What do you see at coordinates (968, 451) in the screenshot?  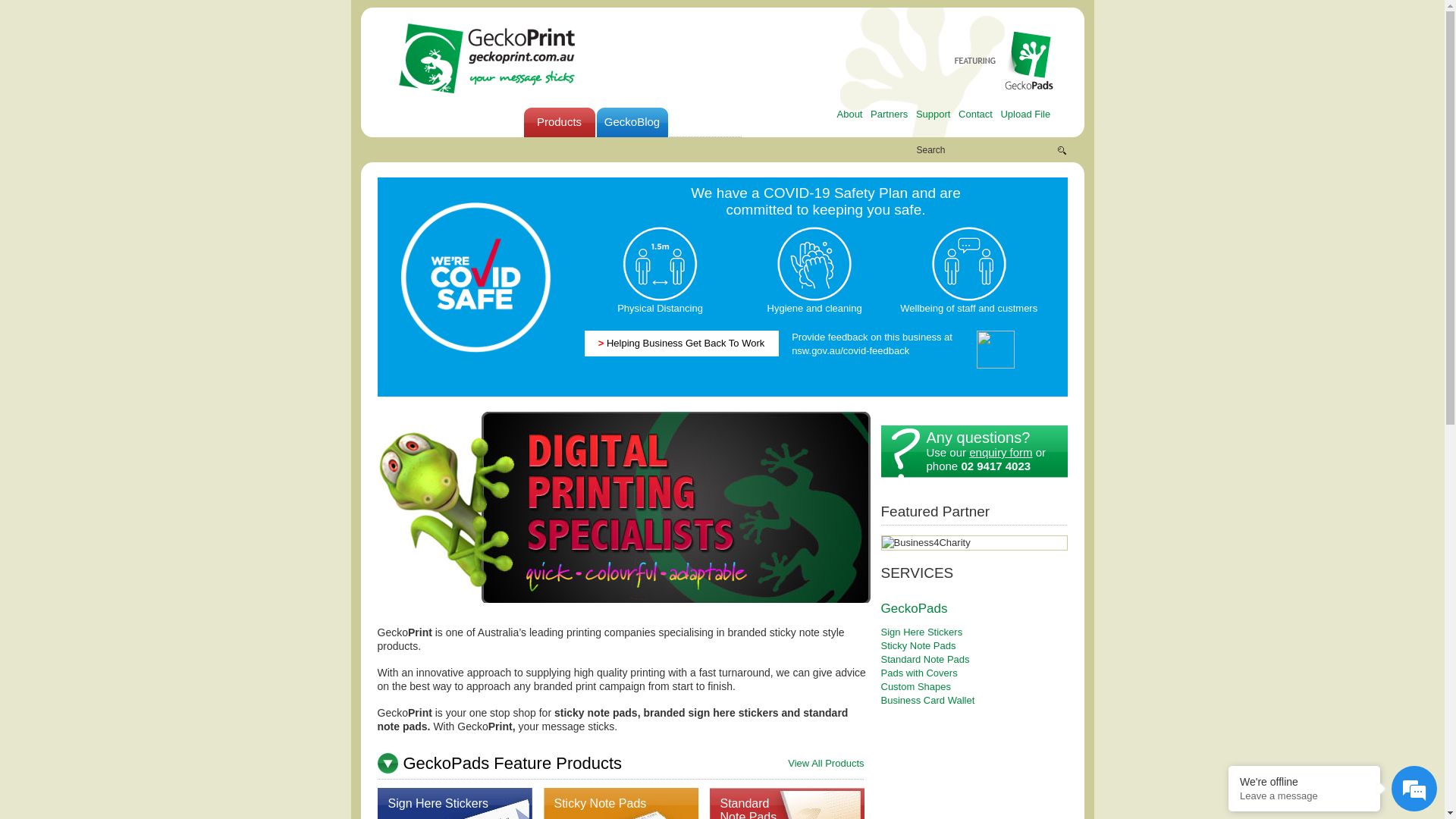 I see `'enquiry form'` at bounding box center [968, 451].